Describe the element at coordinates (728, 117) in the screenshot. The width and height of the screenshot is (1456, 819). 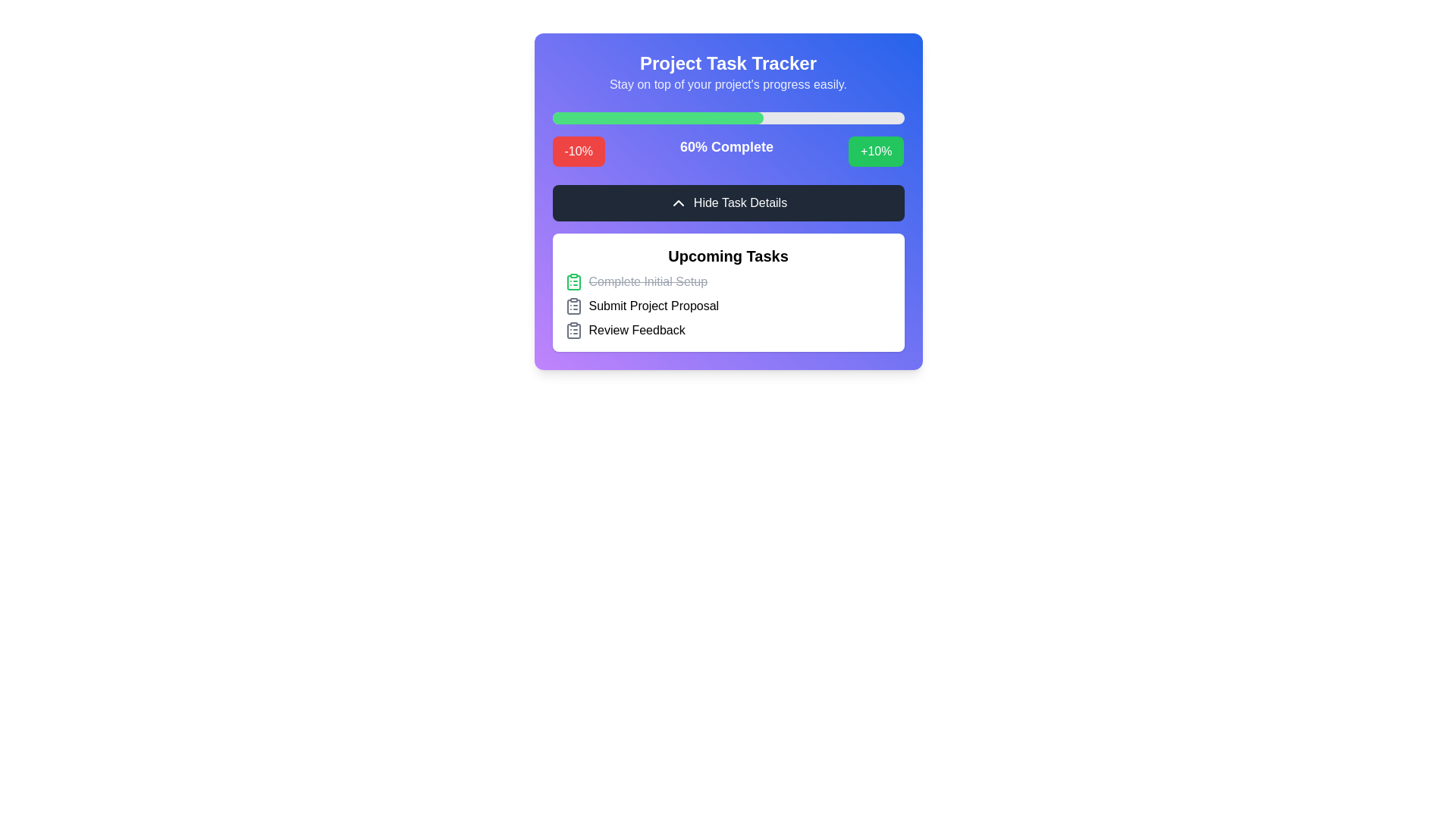
I see `the Progress Bar located below the 'Stay on top of your project's progress easily.' subtitle and above the '-10% 60% Complete +10%' interactive controls` at that location.